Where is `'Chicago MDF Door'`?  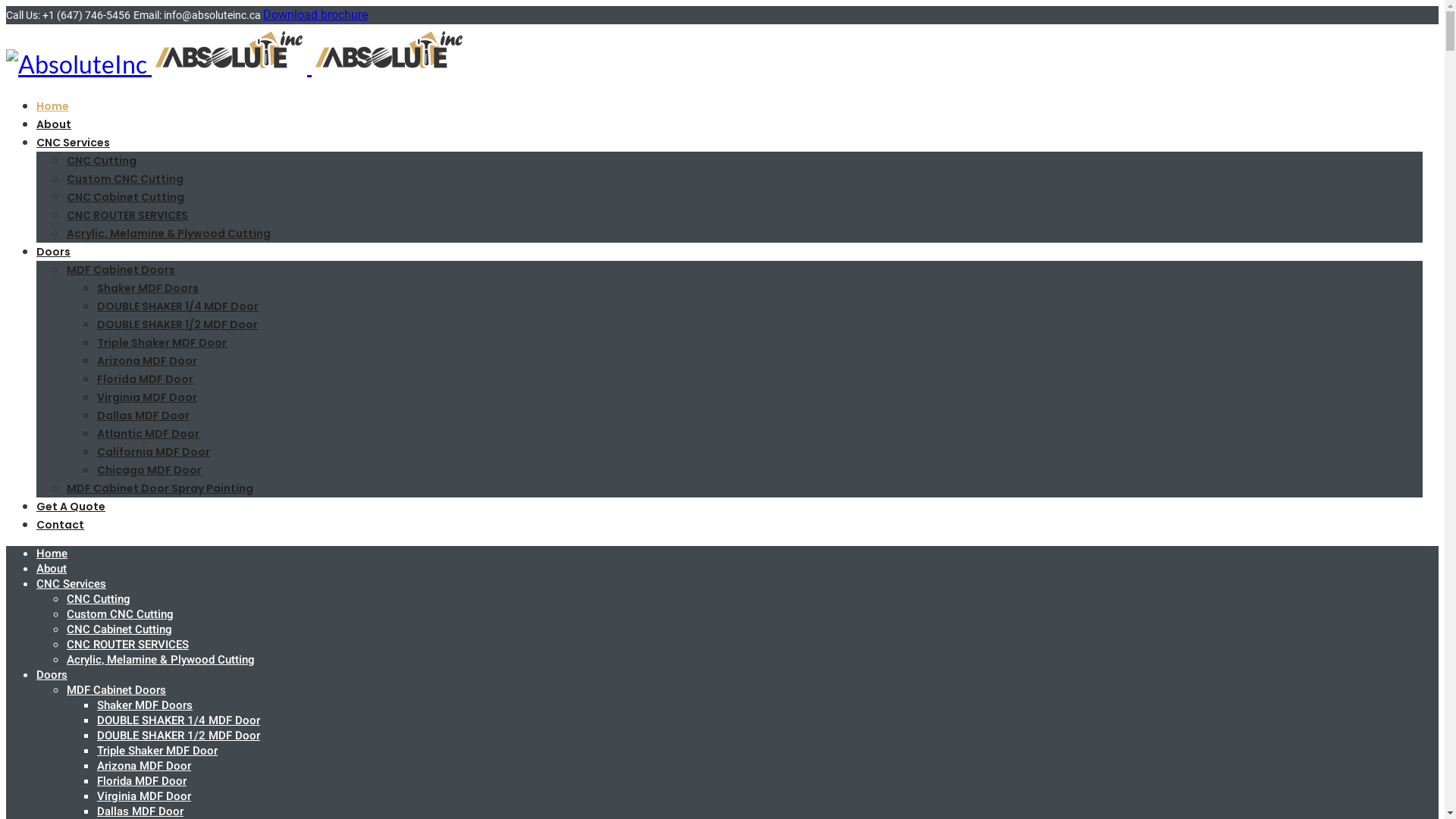
'Chicago MDF Door' is located at coordinates (96, 469).